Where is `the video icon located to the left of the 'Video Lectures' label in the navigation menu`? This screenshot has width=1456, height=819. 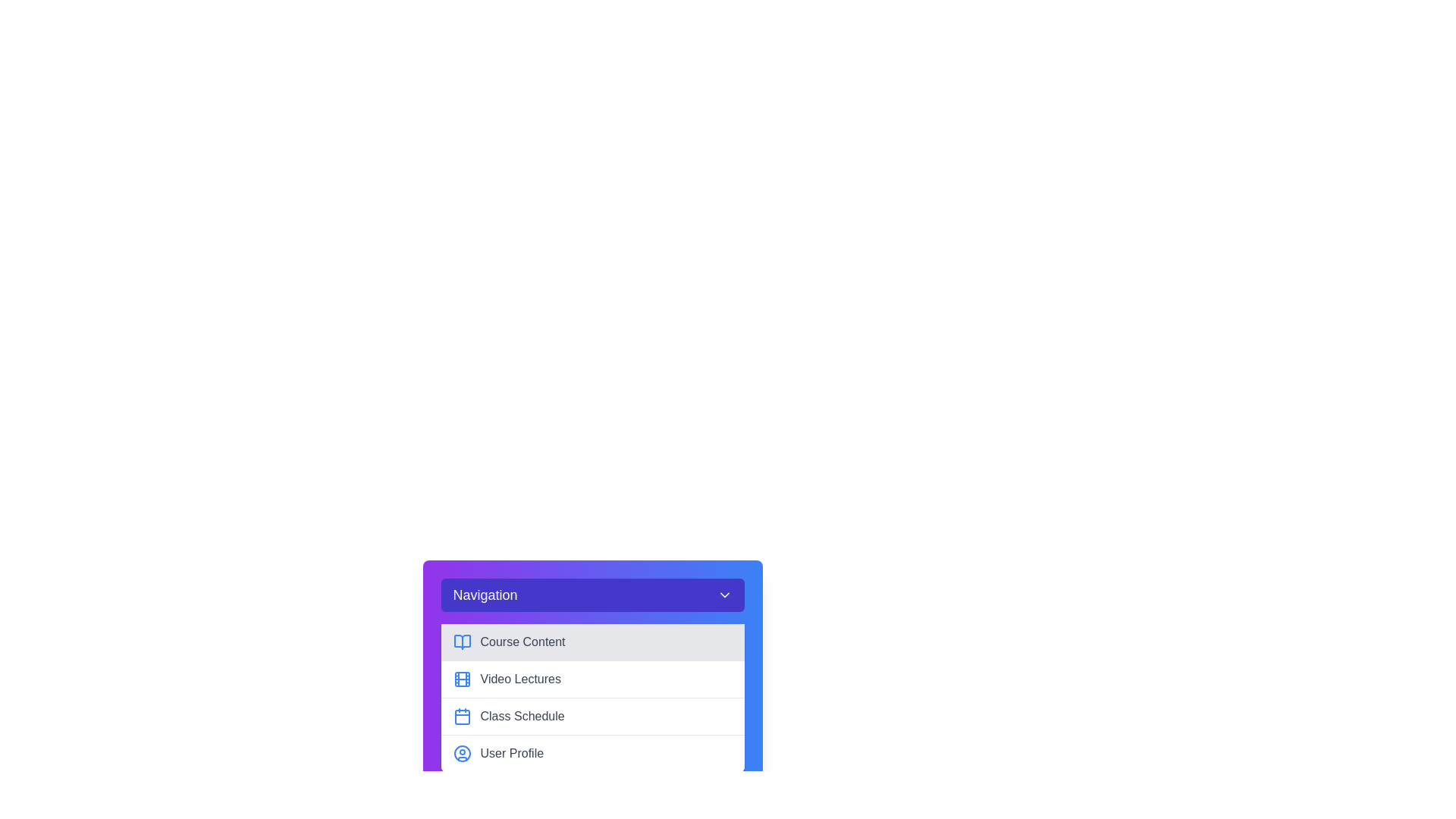
the video icon located to the left of the 'Video Lectures' label in the navigation menu is located at coordinates (461, 678).